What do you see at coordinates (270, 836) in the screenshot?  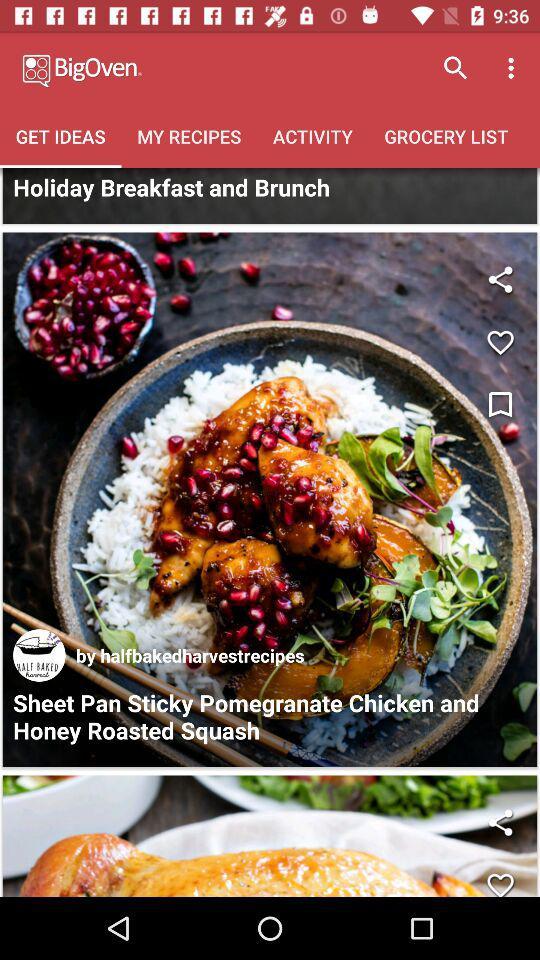 I see `like the article` at bounding box center [270, 836].